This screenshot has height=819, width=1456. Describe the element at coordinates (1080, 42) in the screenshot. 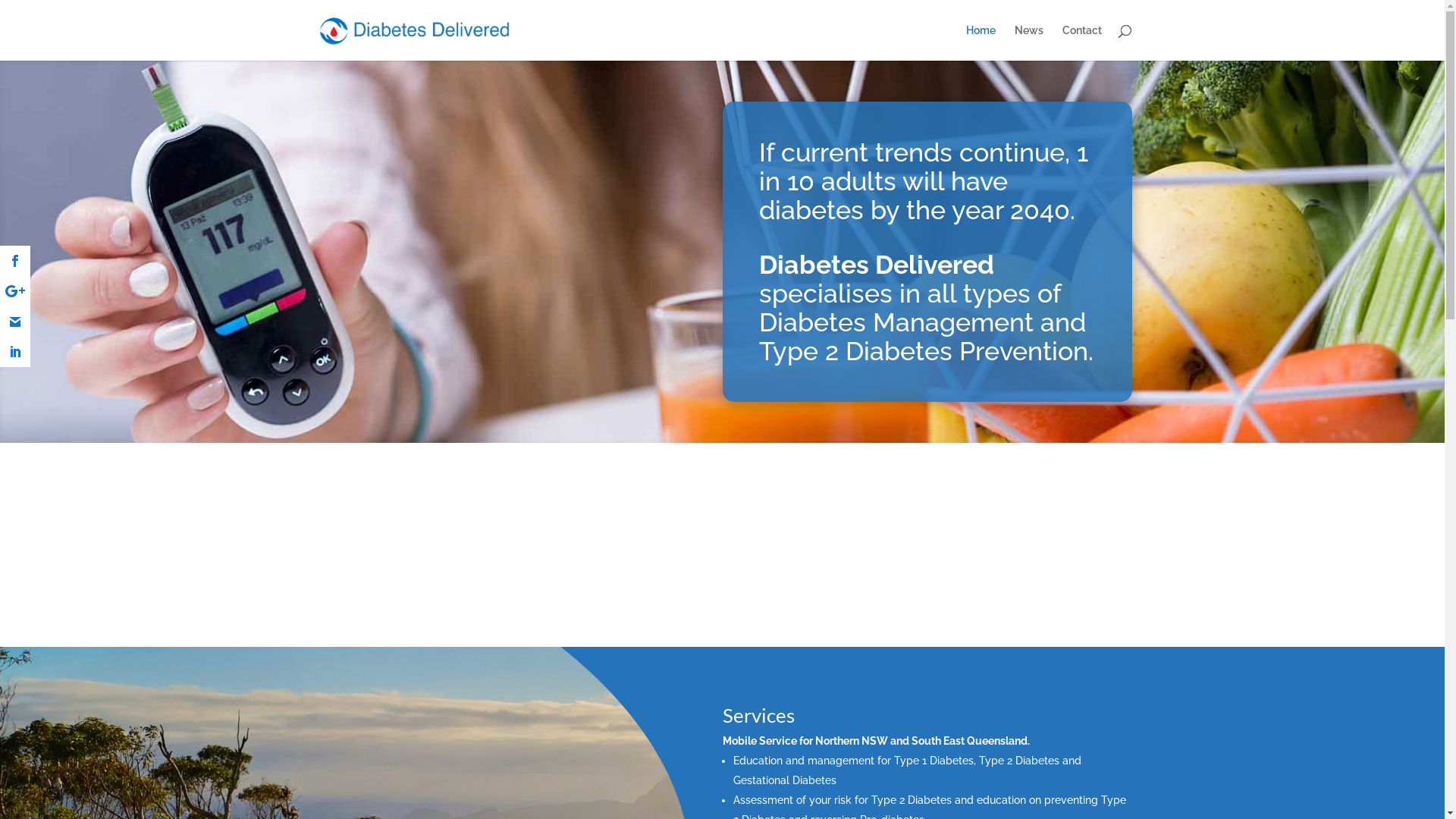

I see `'Contact'` at that location.